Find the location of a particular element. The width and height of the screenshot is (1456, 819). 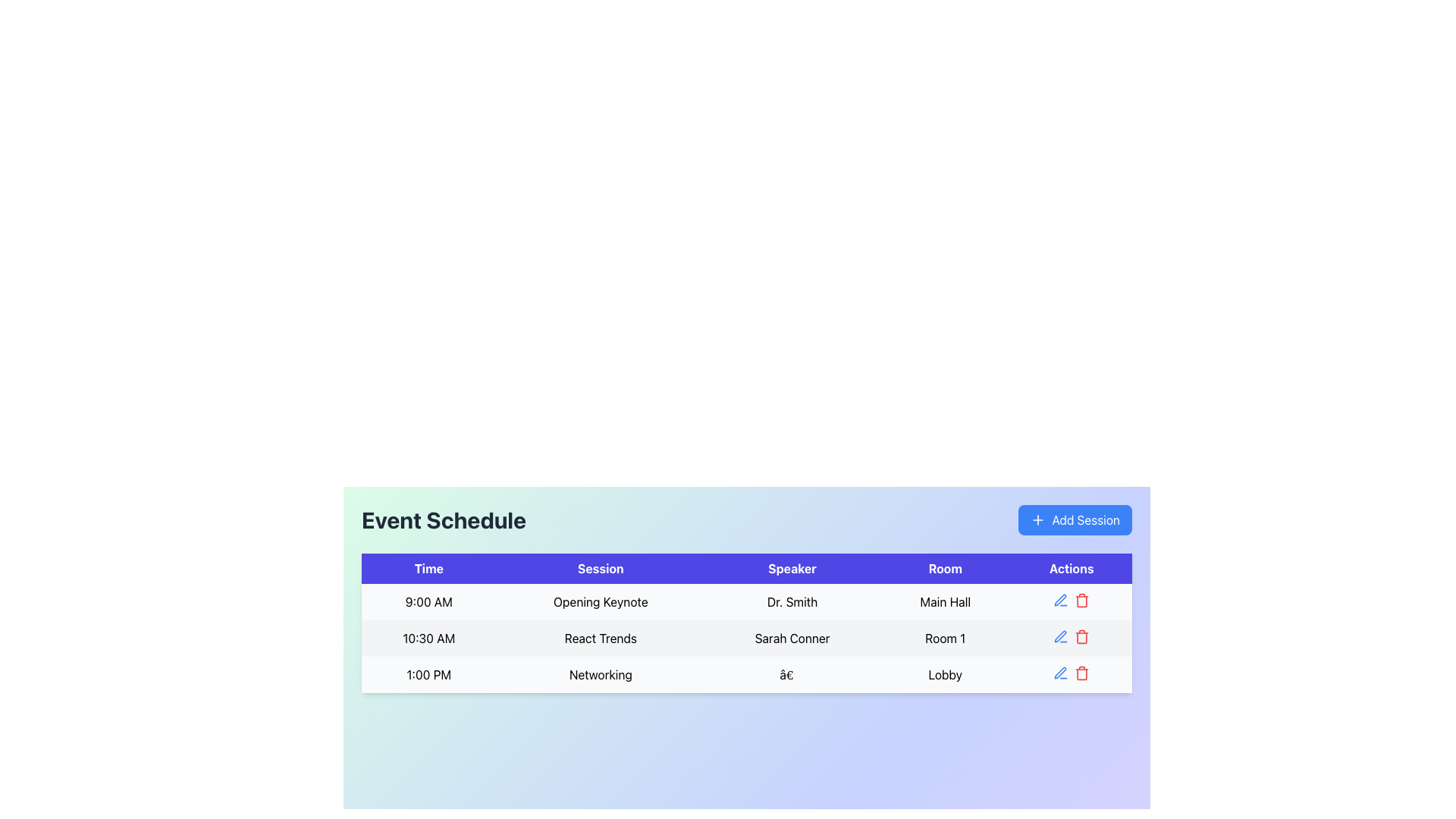

the delete icon located in the 'Actions' column of the third row in the 'Event Schedule' table to initiate the delete action is located at coordinates (1081, 673).